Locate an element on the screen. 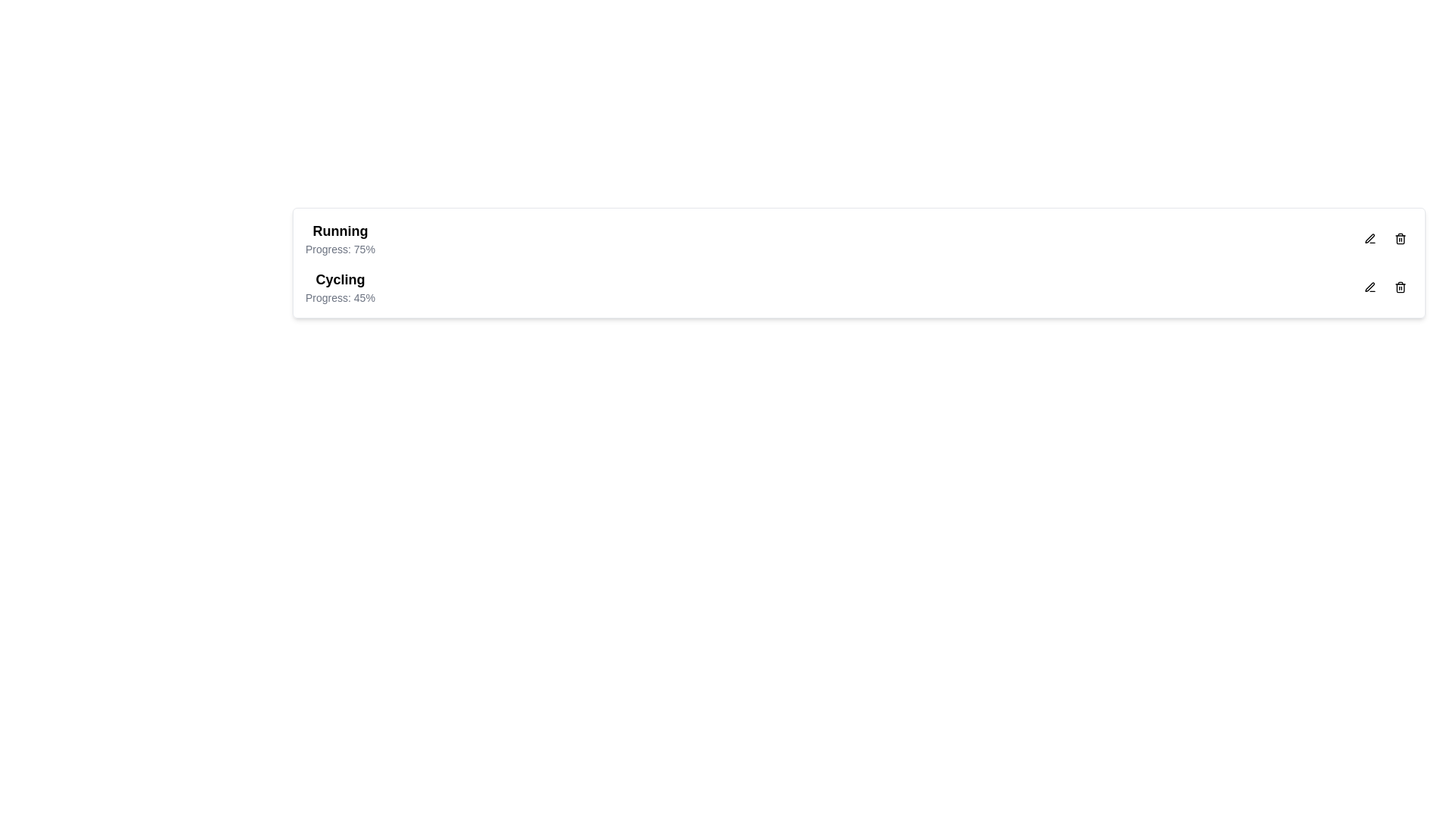 The image size is (1456, 819). the edit button located in the action buttons section of the second list item, which is the leftmost icon before the trash bin icon, to initiate an edit action is located at coordinates (1370, 287).